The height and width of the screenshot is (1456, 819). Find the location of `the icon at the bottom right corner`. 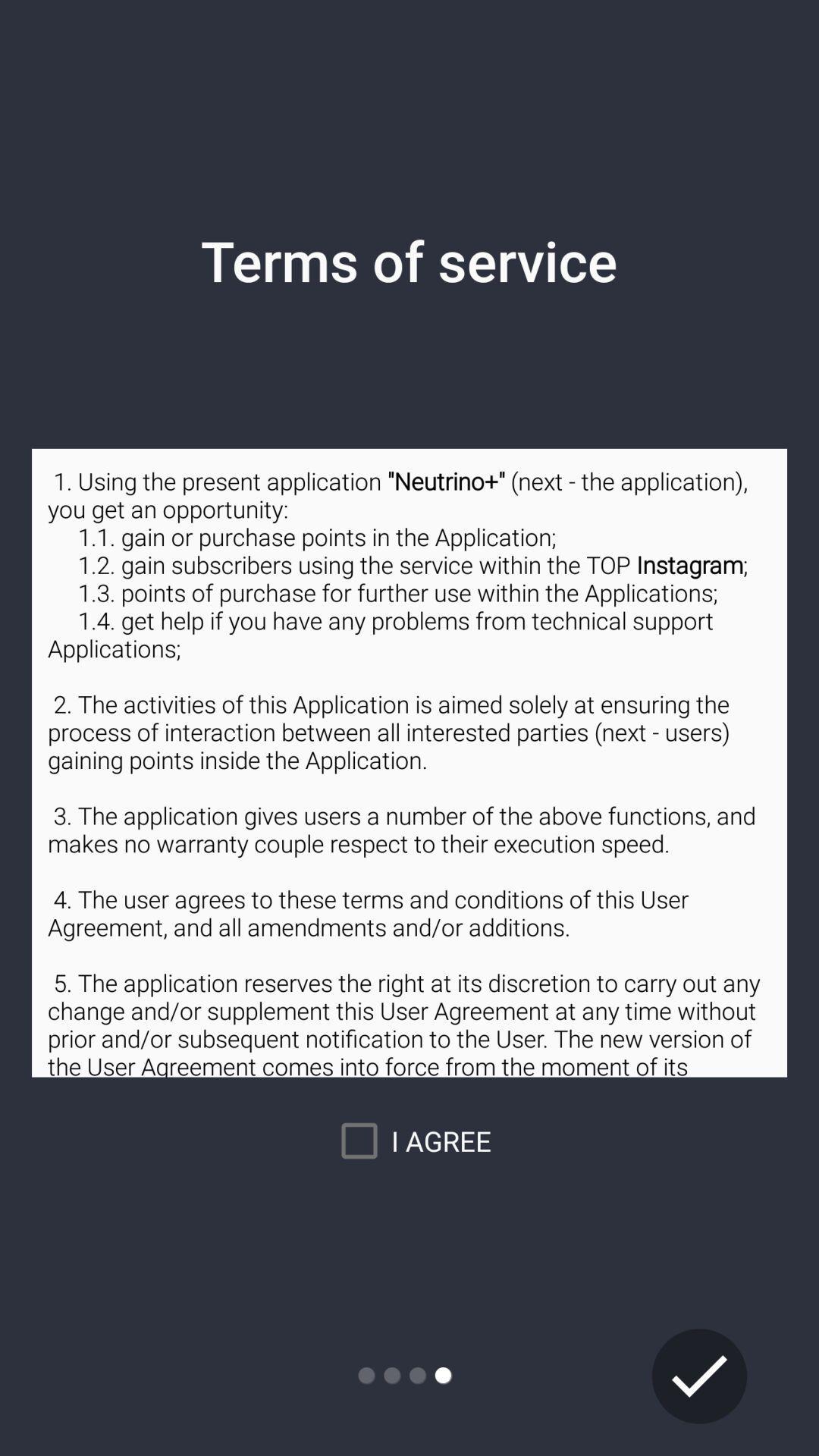

the icon at the bottom right corner is located at coordinates (699, 1376).